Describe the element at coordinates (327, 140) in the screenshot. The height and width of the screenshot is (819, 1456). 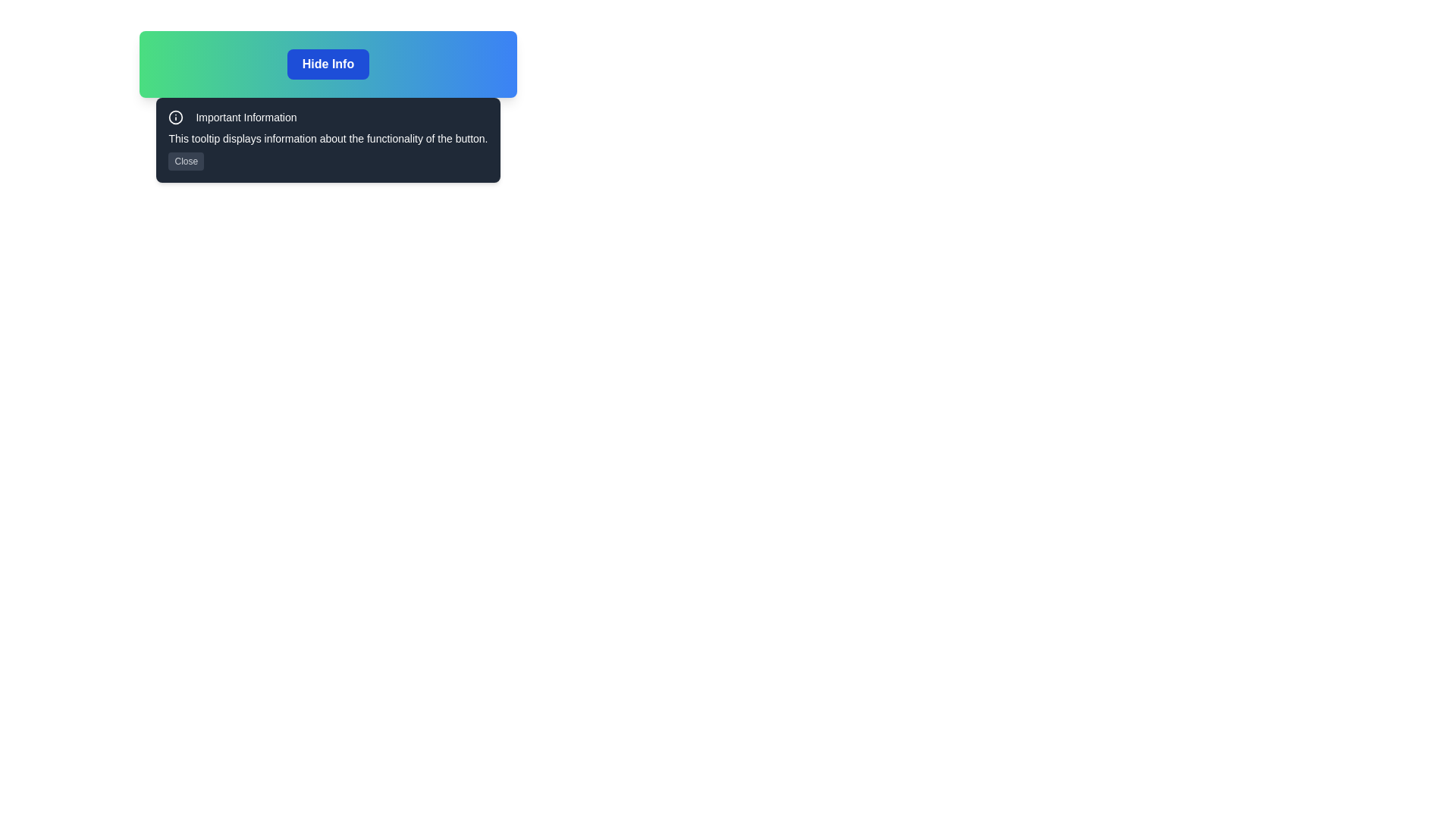
I see `information displayed in the tooltip, which is located below the 'Hide Info' button and contains a dismiss button` at that location.